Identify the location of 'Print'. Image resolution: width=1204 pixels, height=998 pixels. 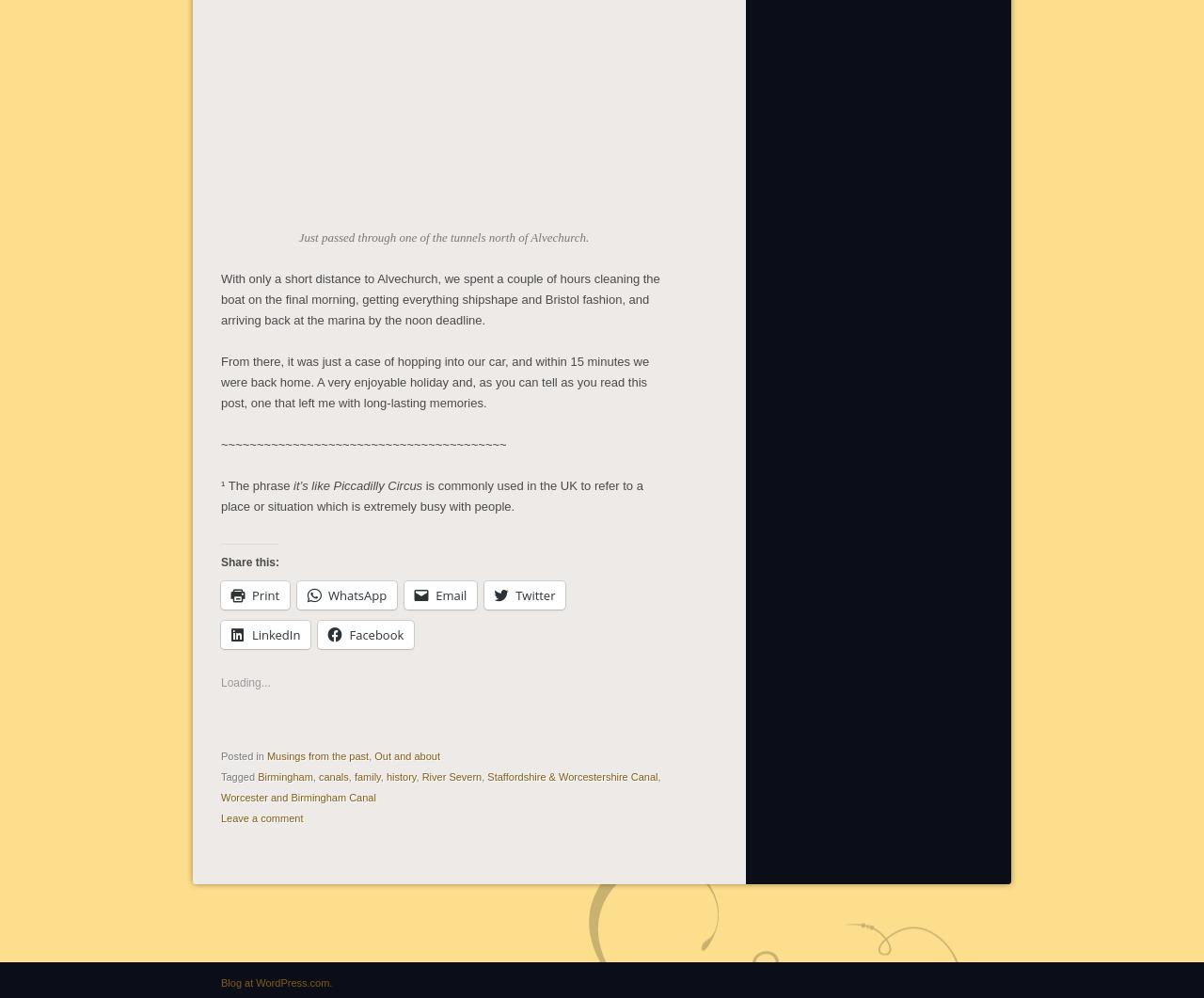
(264, 592).